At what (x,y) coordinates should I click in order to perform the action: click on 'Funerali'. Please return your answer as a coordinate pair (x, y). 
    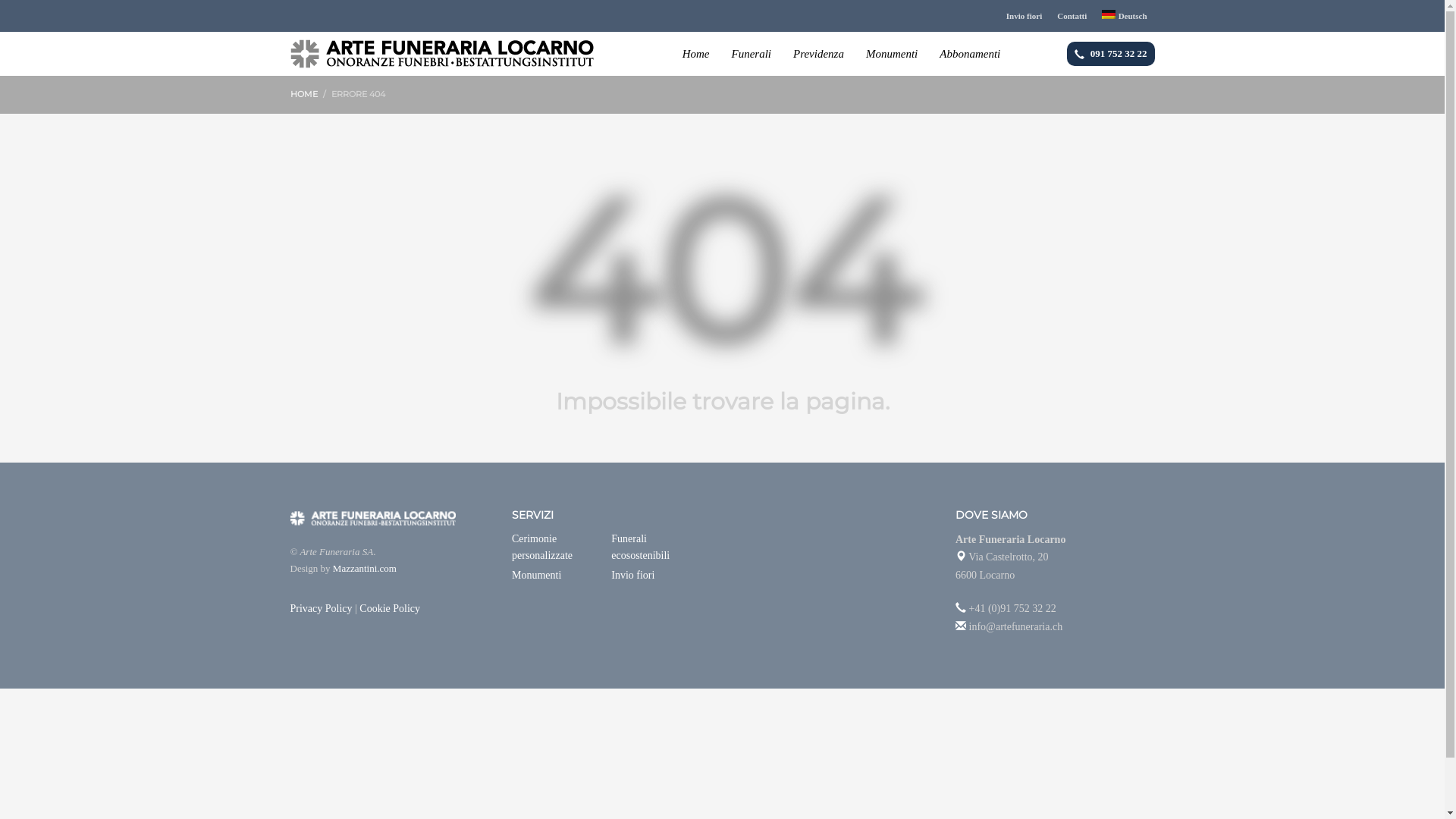
    Looking at the image, I should click on (720, 52).